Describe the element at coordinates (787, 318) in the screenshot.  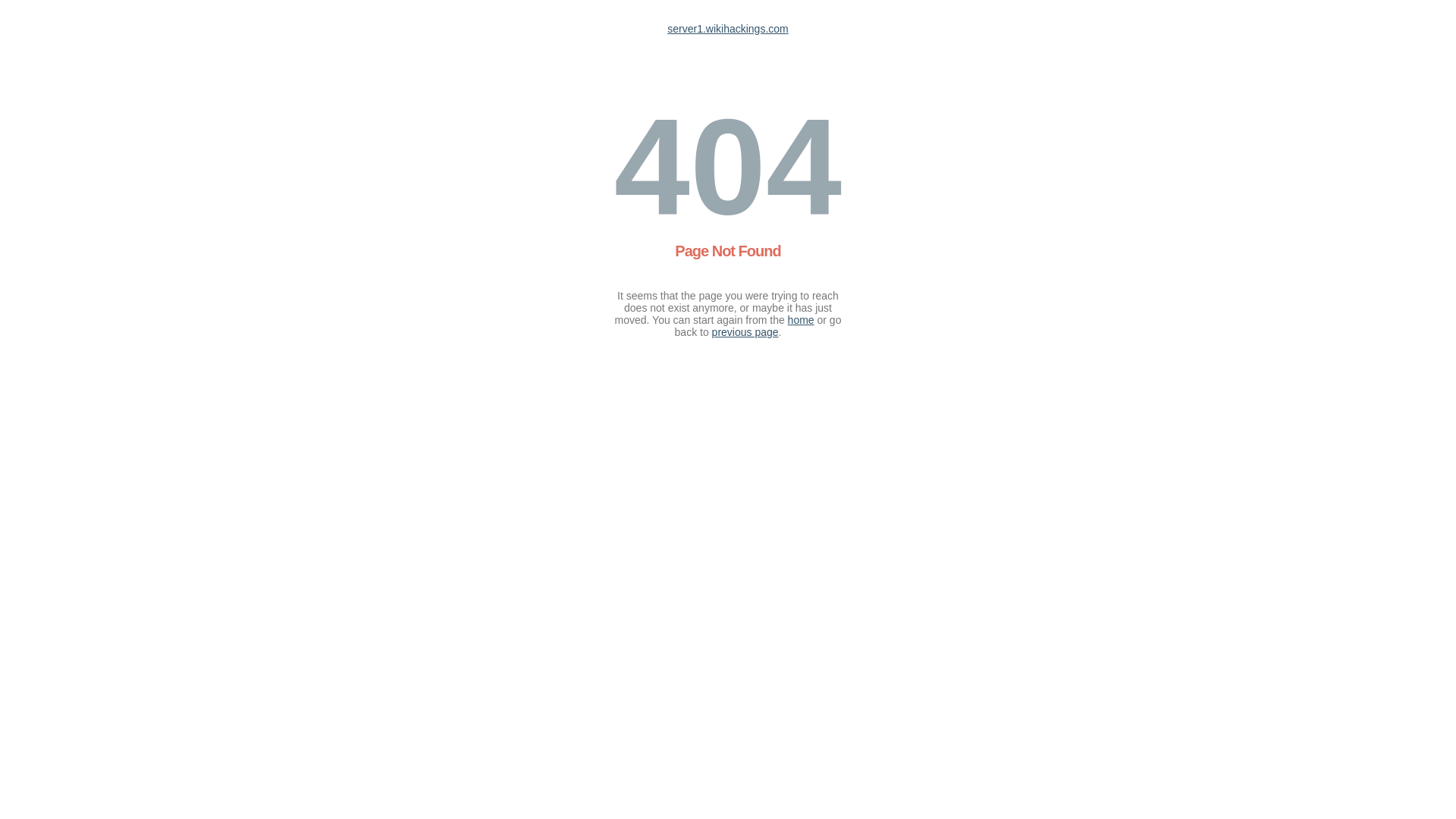
I see `'home'` at that location.